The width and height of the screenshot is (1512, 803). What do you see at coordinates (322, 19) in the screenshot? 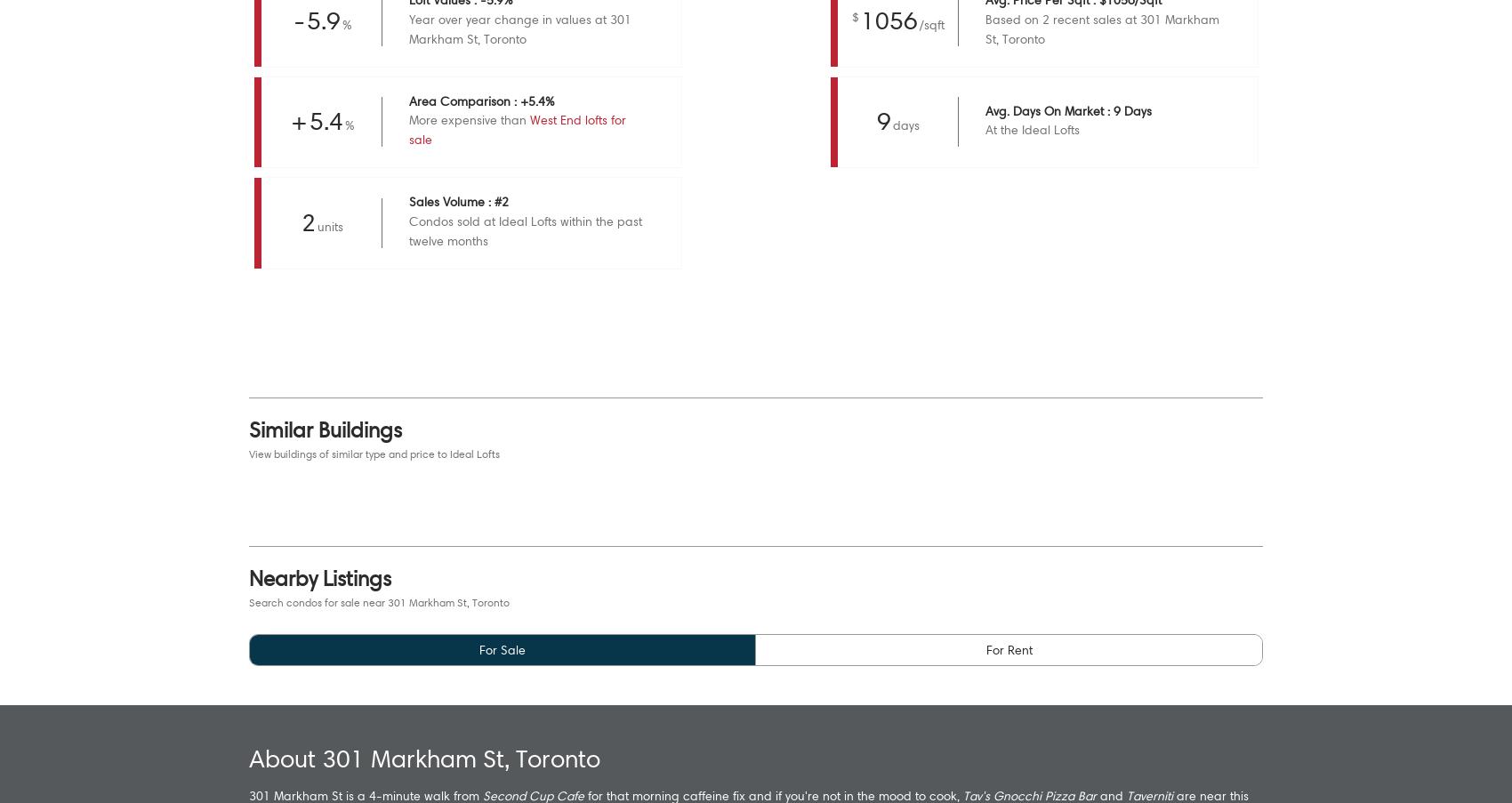
I see `'5.9'` at bounding box center [322, 19].